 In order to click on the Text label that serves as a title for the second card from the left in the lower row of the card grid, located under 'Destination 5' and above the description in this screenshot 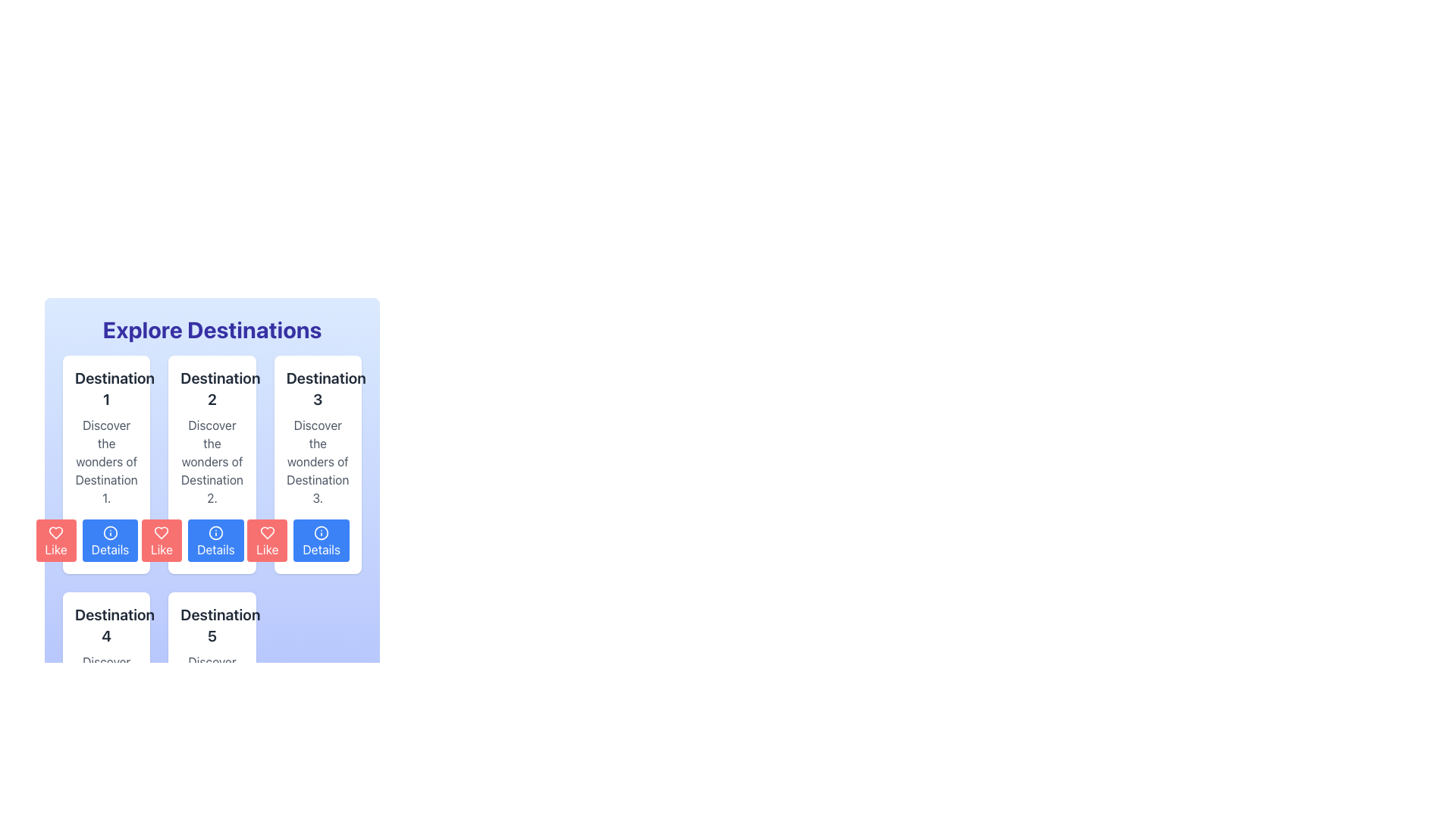, I will do `click(211, 626)`.